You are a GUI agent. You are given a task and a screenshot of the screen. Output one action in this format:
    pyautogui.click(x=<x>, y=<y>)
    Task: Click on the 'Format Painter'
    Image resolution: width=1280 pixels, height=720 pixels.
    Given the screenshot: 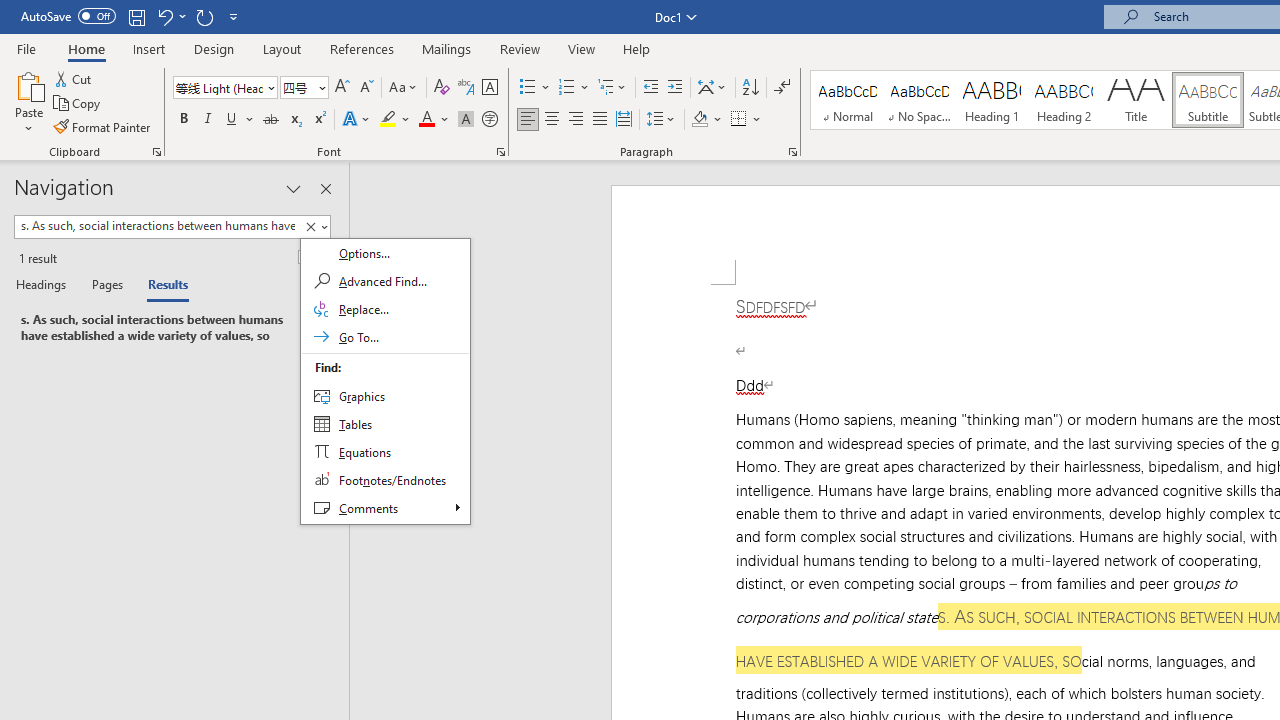 What is the action you would take?
    pyautogui.click(x=102, y=127)
    